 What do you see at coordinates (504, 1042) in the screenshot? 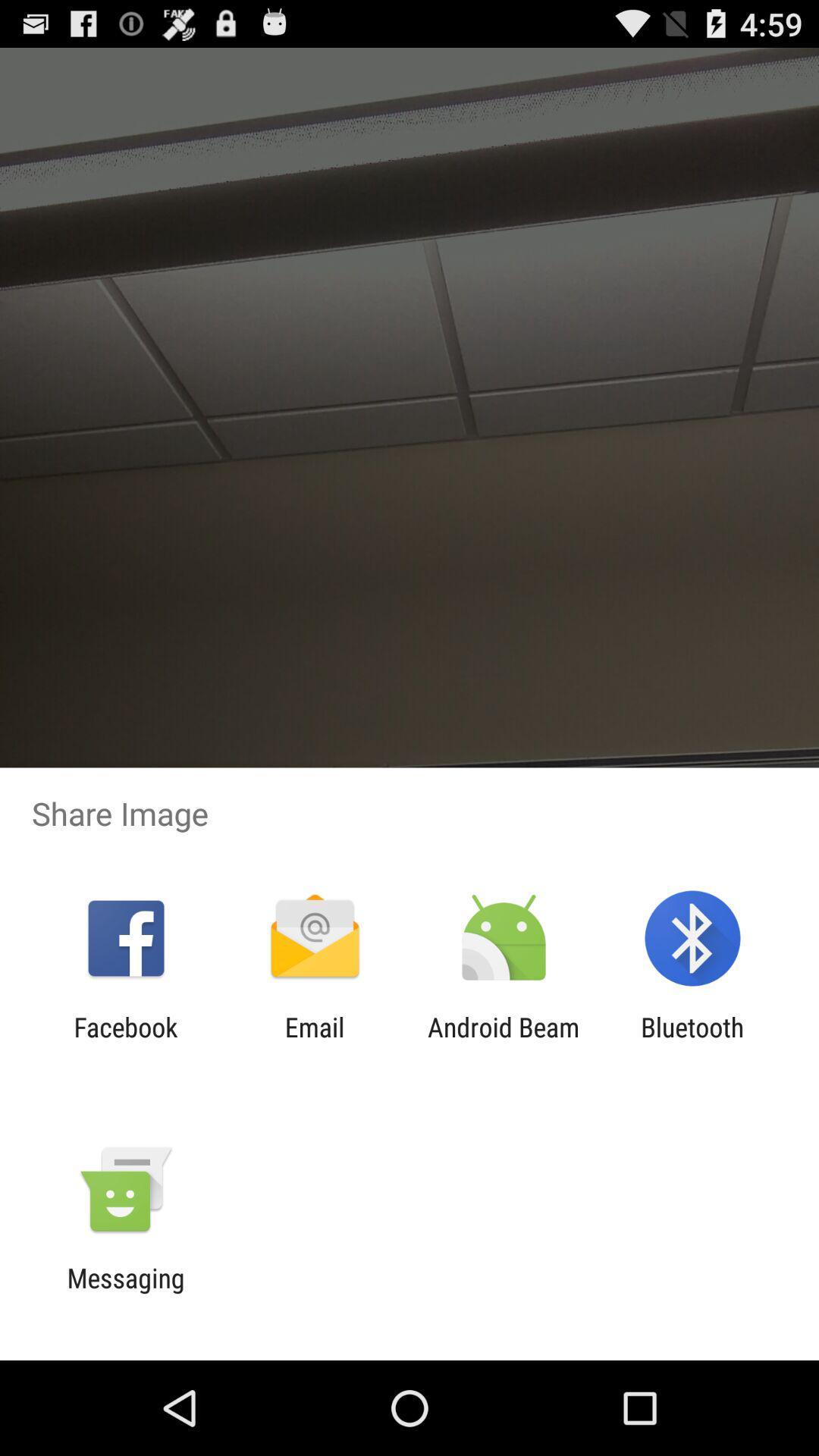
I see `the android beam icon` at bounding box center [504, 1042].